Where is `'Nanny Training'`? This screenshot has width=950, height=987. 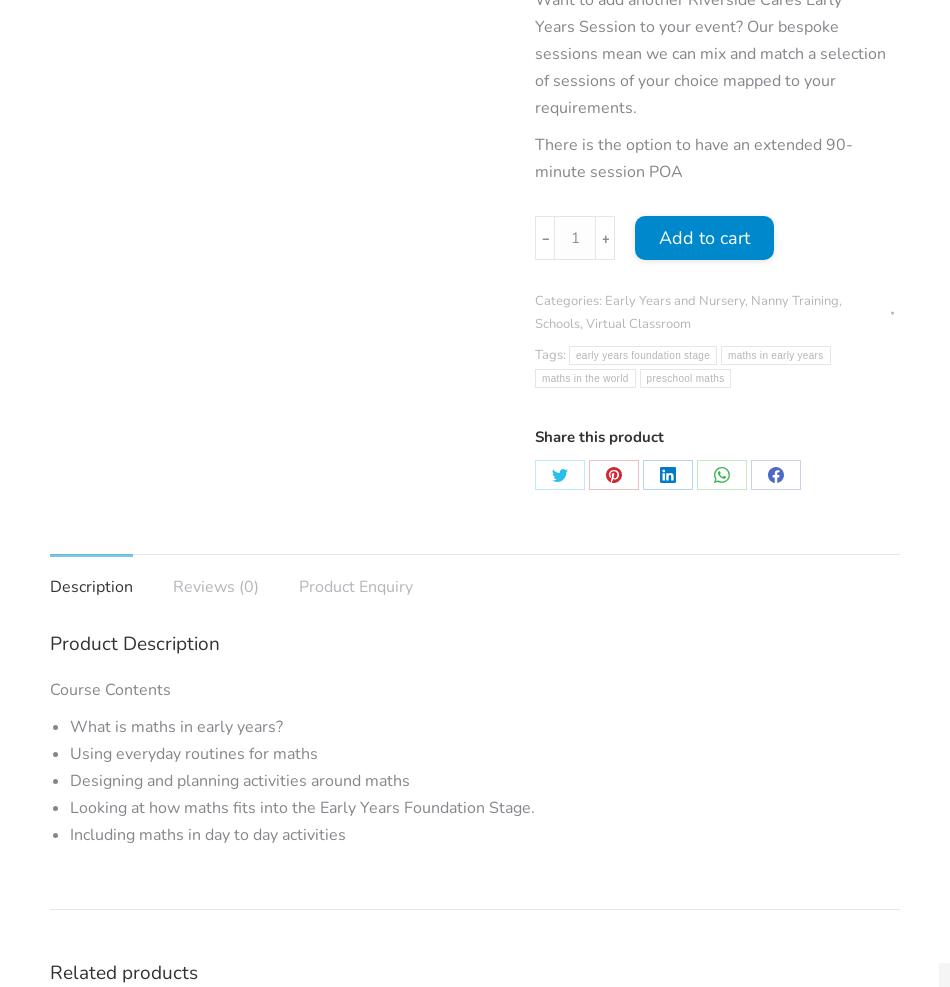
'Nanny Training' is located at coordinates (793, 300).